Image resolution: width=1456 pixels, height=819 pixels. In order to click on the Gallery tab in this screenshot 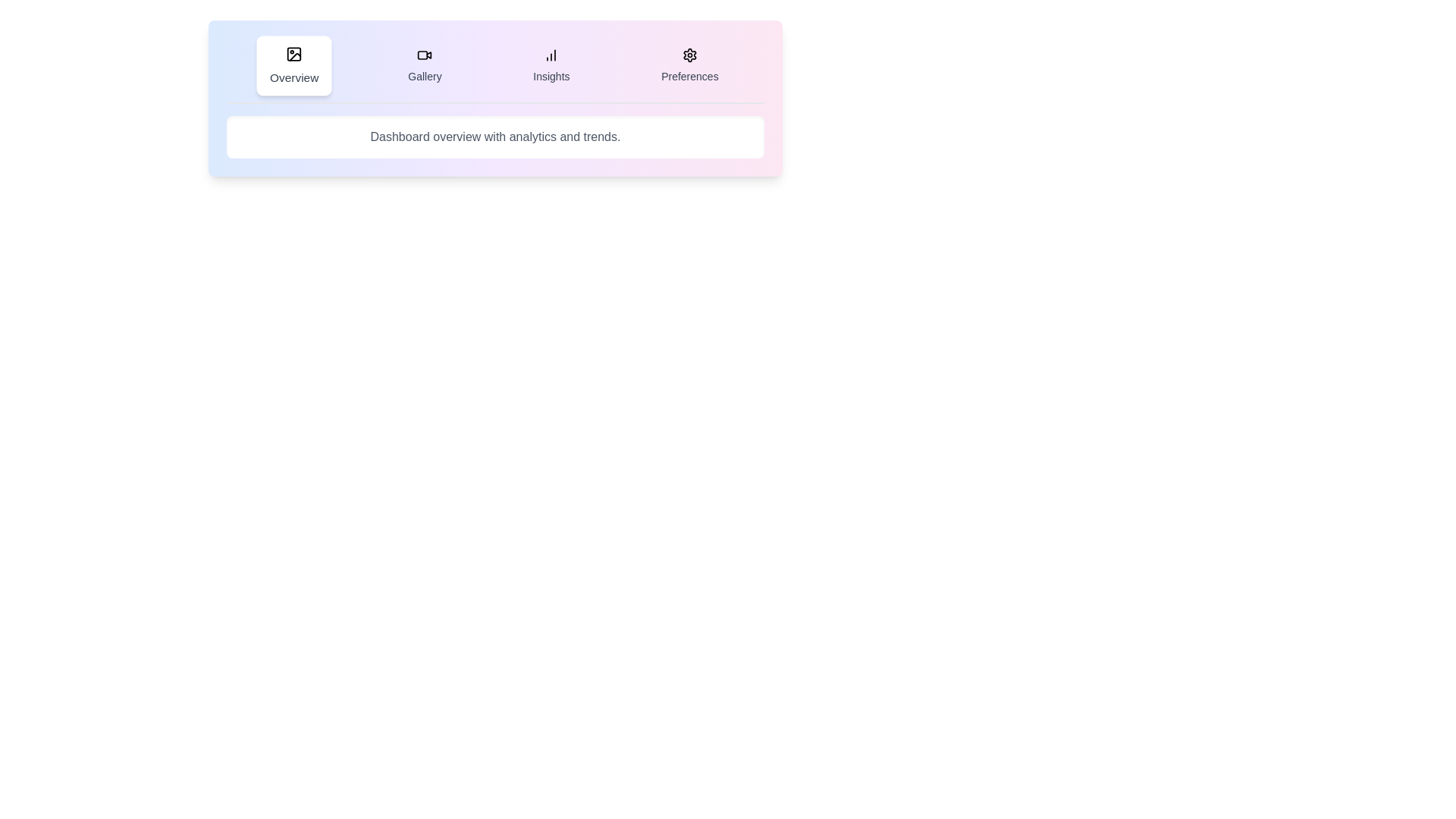, I will do `click(425, 65)`.